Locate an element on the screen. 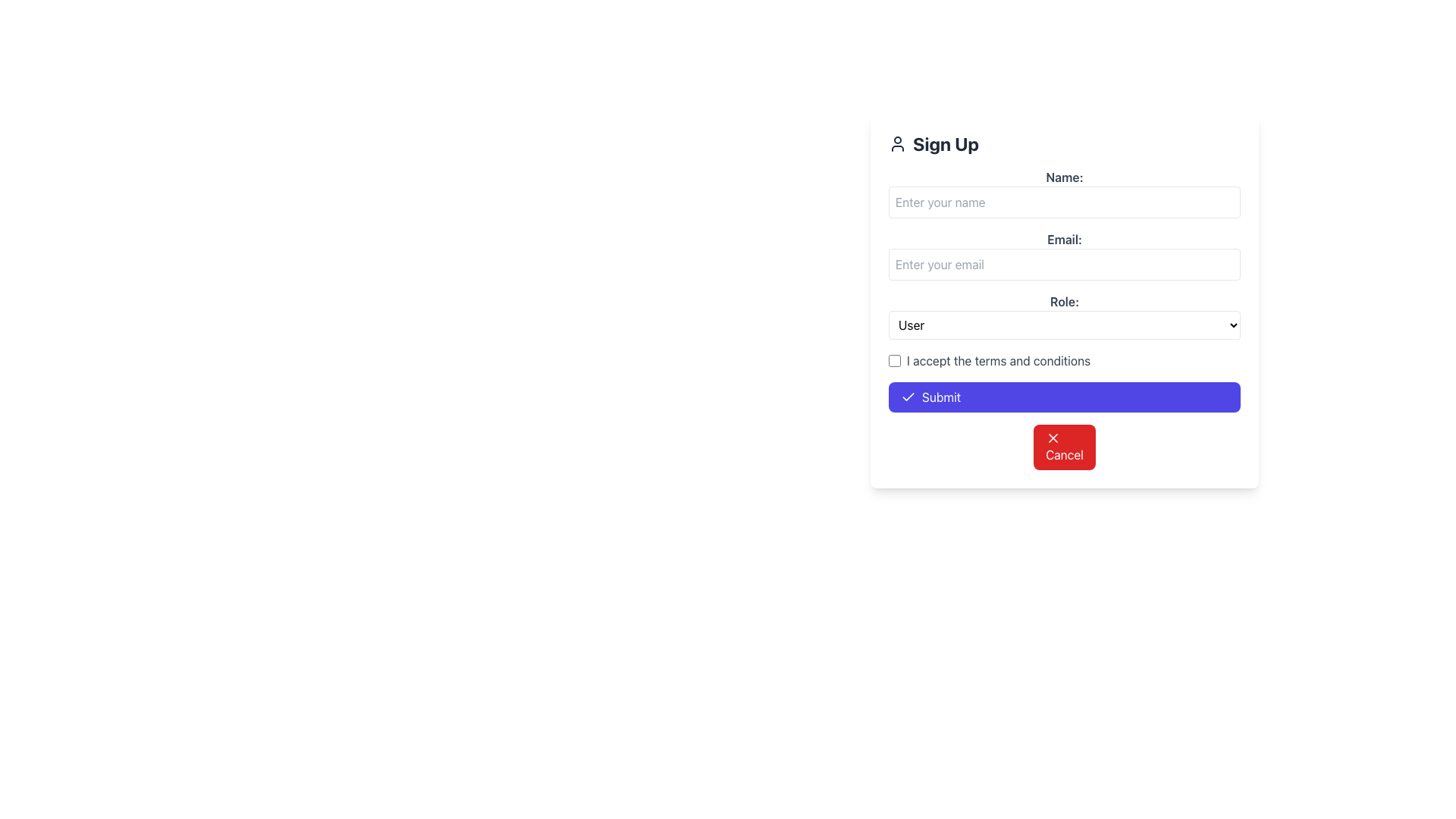 This screenshot has height=819, width=1456. the 'User' dropdown menu is located at coordinates (1063, 315).